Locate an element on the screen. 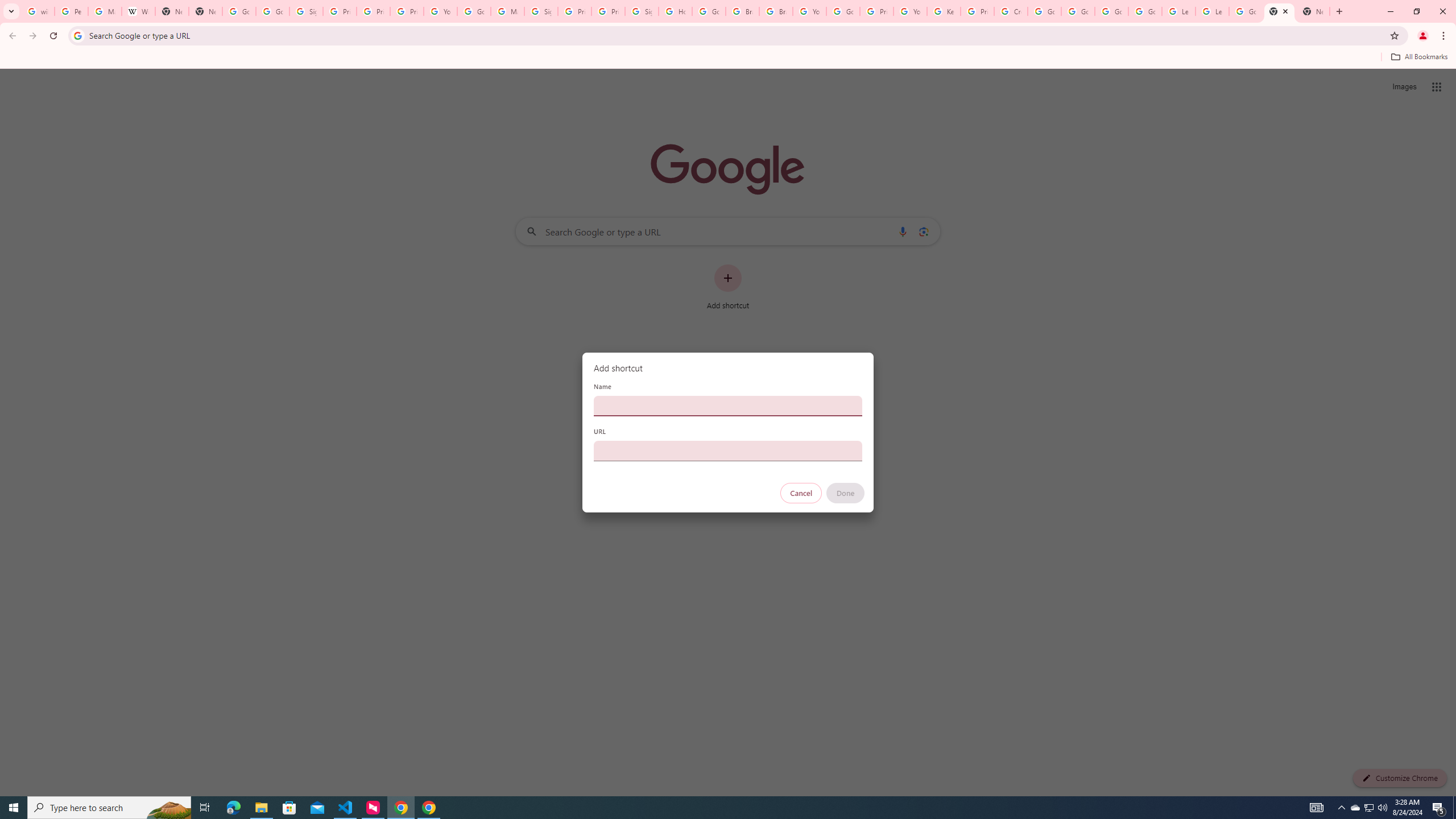  'New Tab' is located at coordinates (1280, 11).